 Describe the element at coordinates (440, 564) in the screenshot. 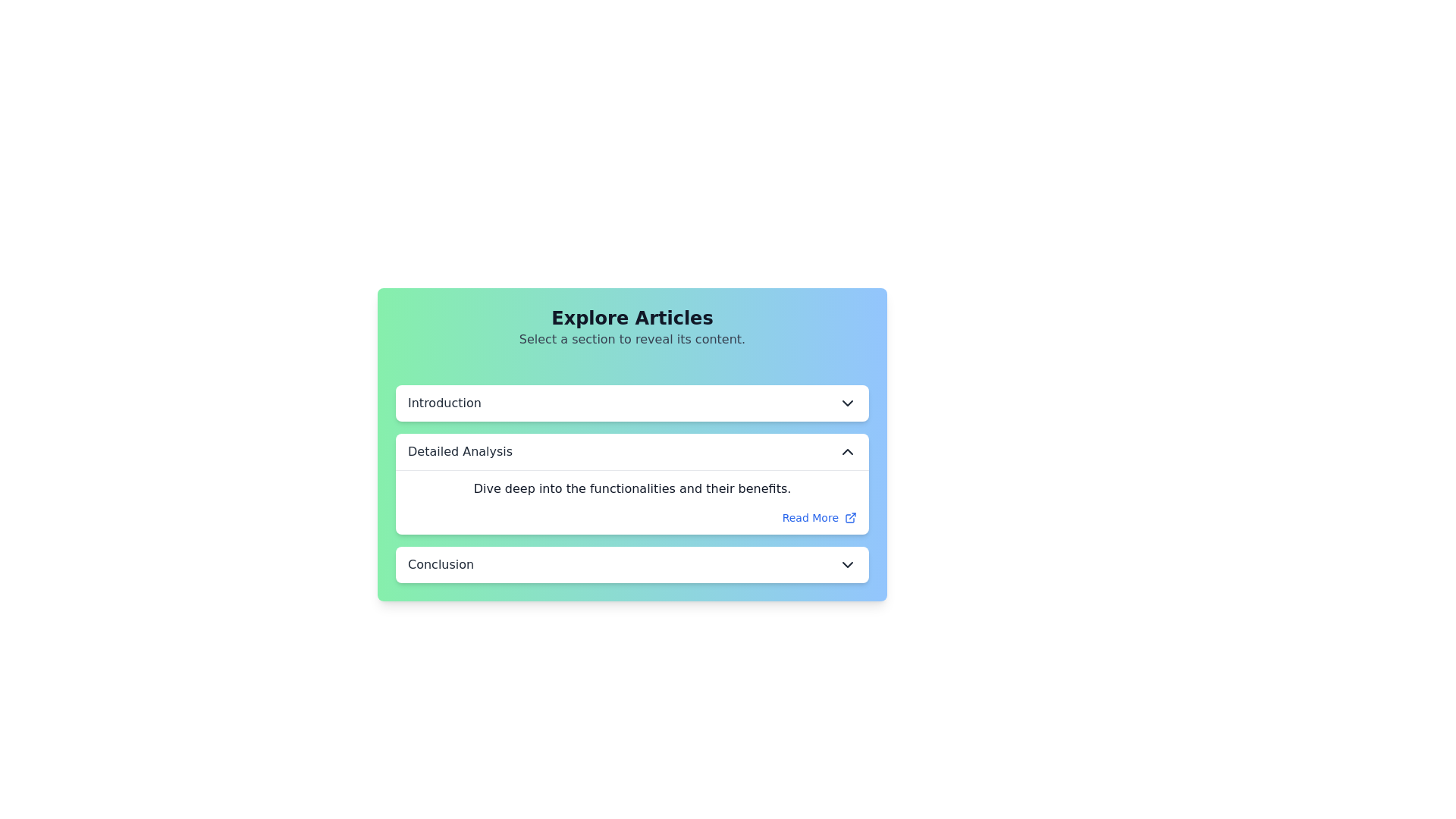

I see `text content of the 'Conclusion' label, which is displayed in a bold font and is part of the menu section located below a gradient background` at that location.